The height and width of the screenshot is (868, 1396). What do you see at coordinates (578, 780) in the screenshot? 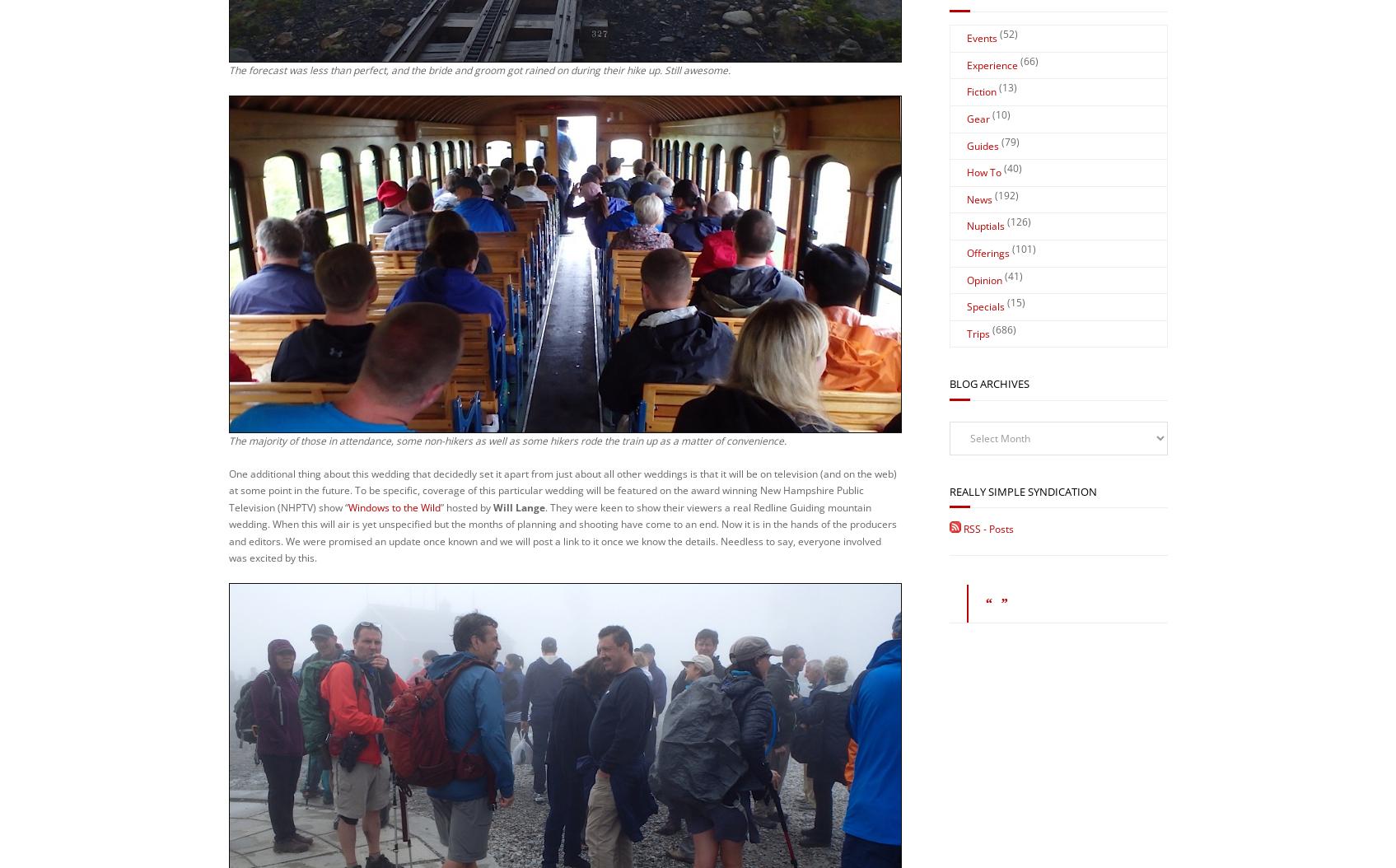
I see `'Help'` at bounding box center [578, 780].